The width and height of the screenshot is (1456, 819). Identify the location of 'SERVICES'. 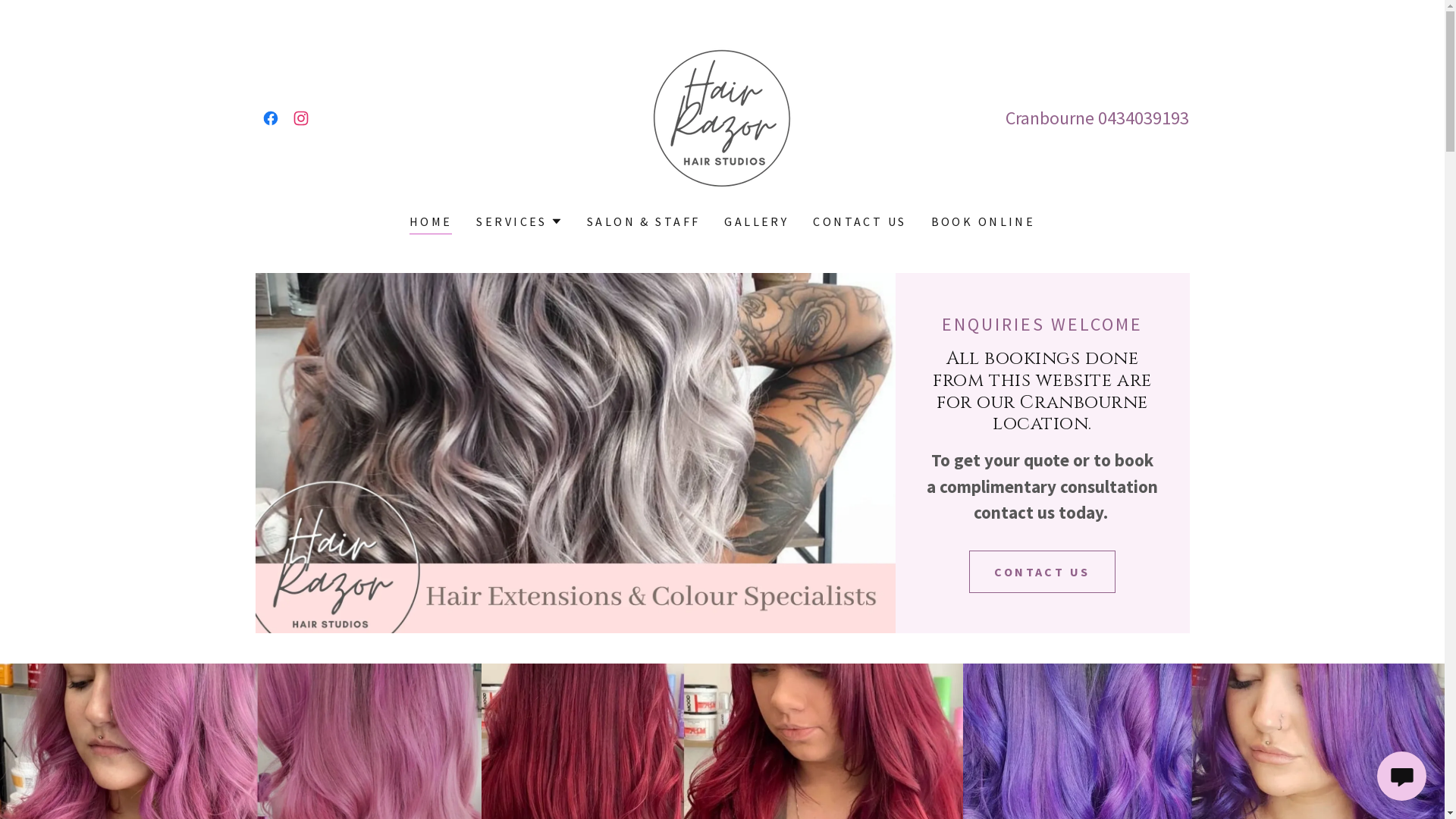
(475, 221).